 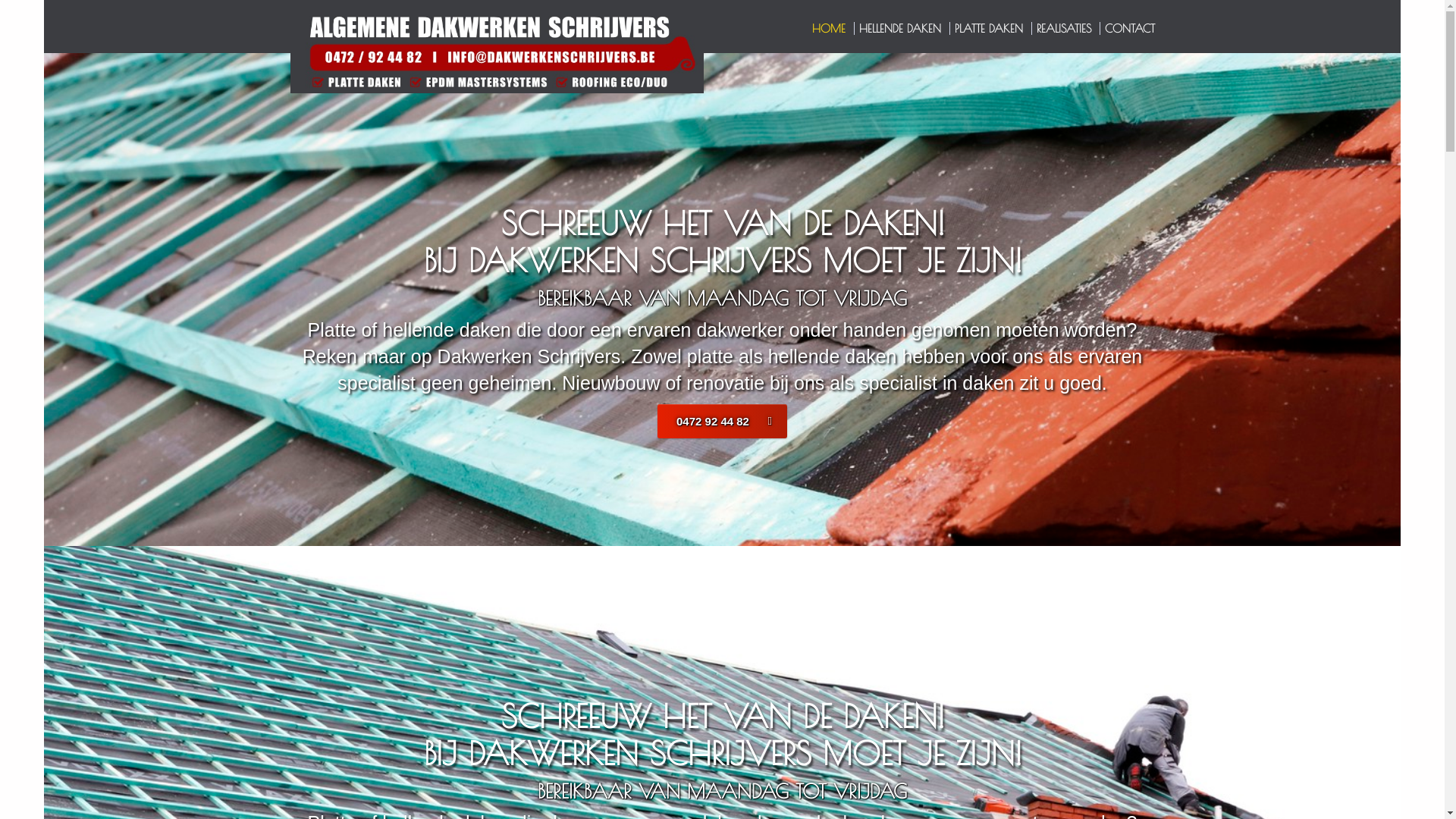 What do you see at coordinates (829, 28) in the screenshot?
I see `'HOME'` at bounding box center [829, 28].